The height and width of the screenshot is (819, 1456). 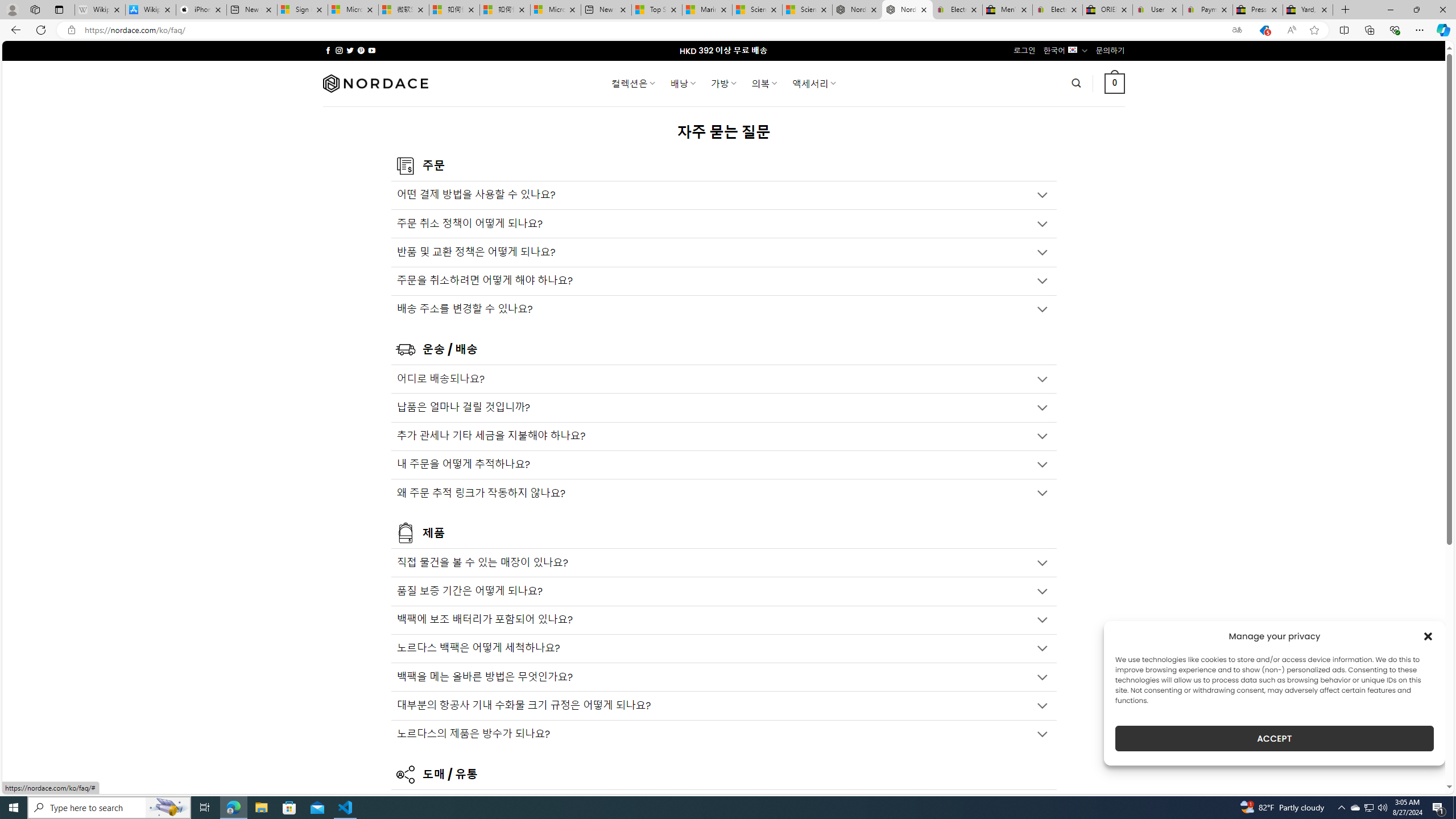 What do you see at coordinates (1256, 9) in the screenshot?
I see `'Press Room - eBay Inc.'` at bounding box center [1256, 9].